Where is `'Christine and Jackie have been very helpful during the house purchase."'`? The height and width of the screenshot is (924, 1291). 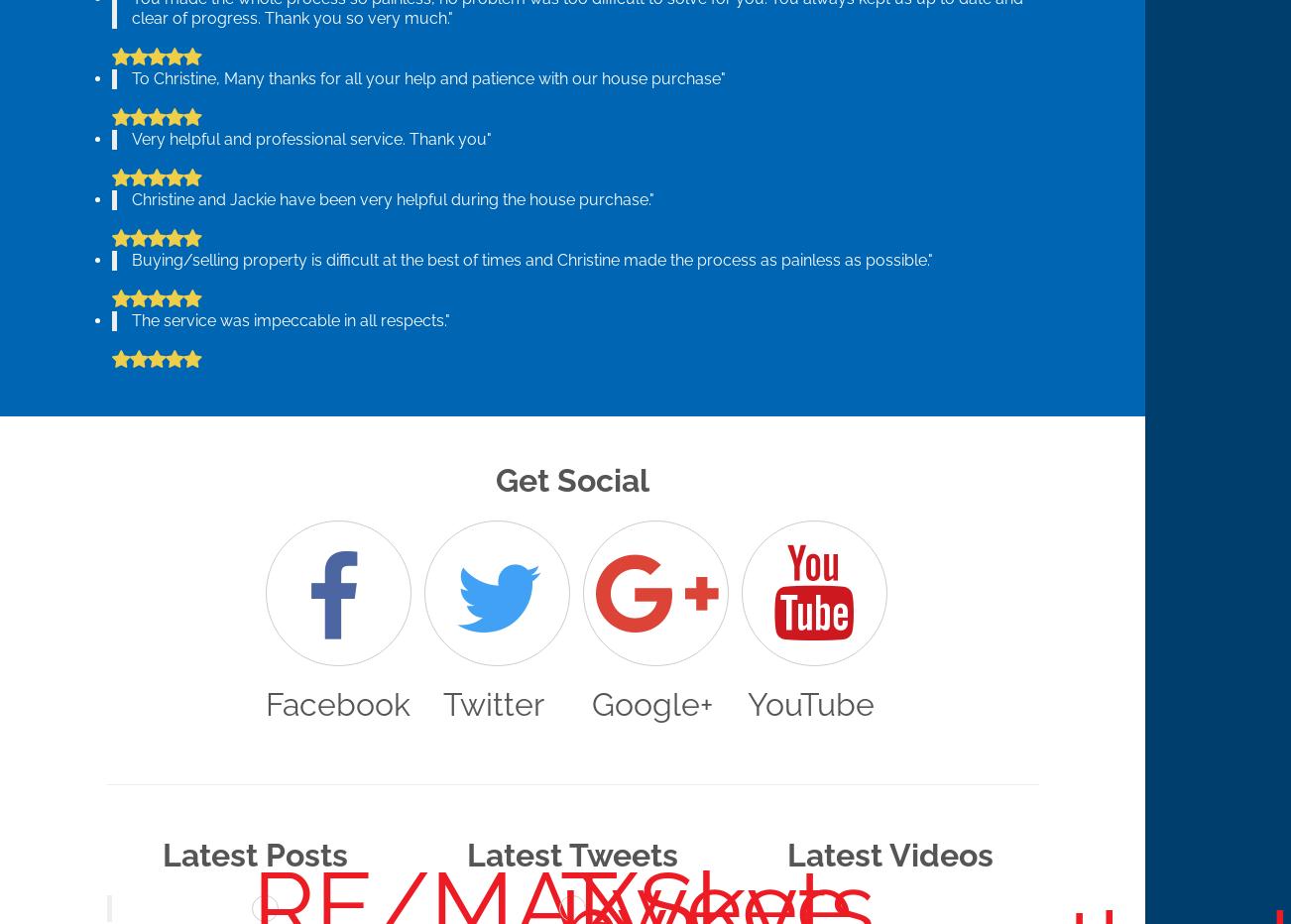
'Christine and Jackie have been very helpful during the house purchase."' is located at coordinates (391, 199).